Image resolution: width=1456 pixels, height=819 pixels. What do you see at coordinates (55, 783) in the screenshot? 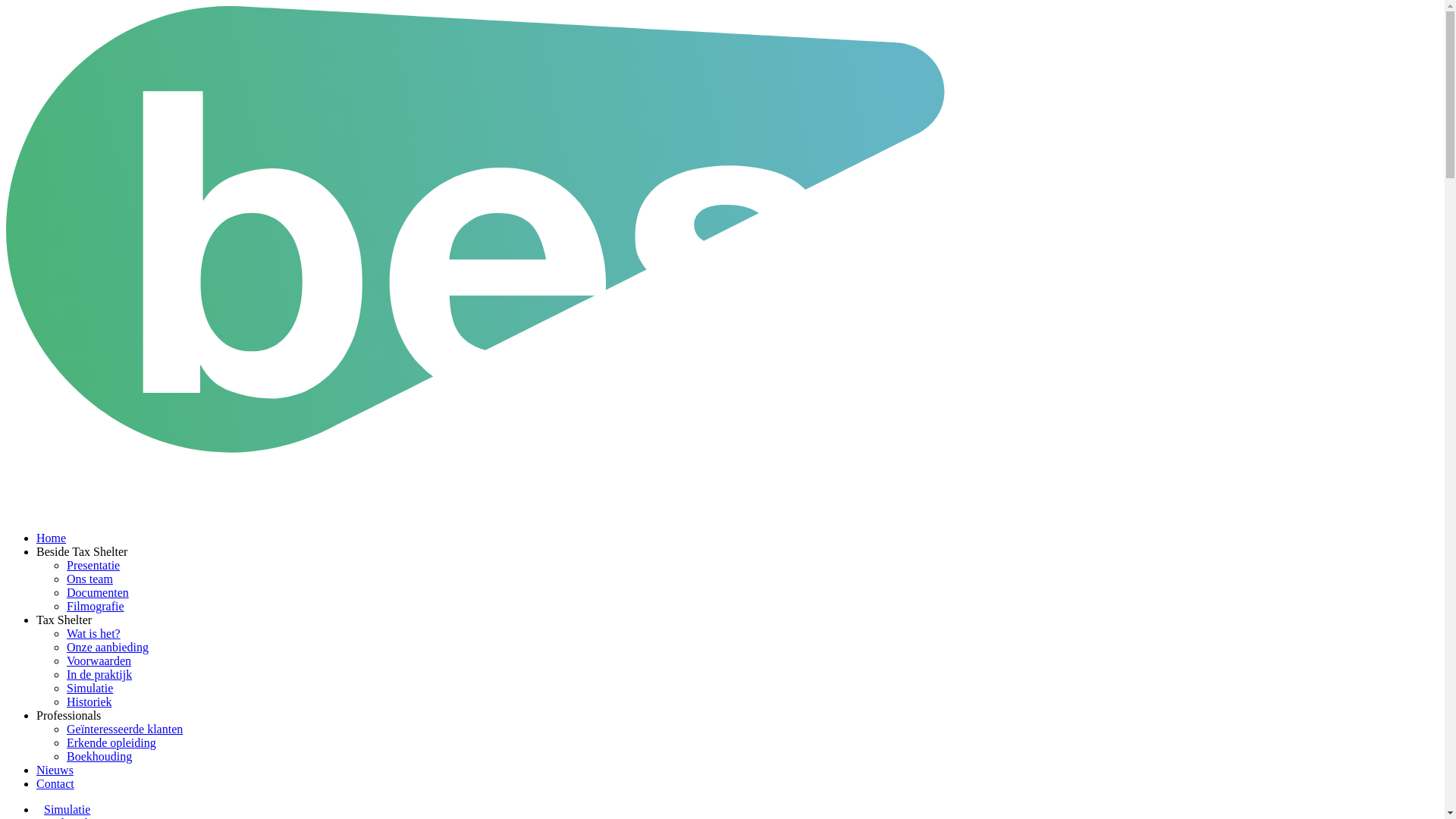
I see `'Contact'` at bounding box center [55, 783].